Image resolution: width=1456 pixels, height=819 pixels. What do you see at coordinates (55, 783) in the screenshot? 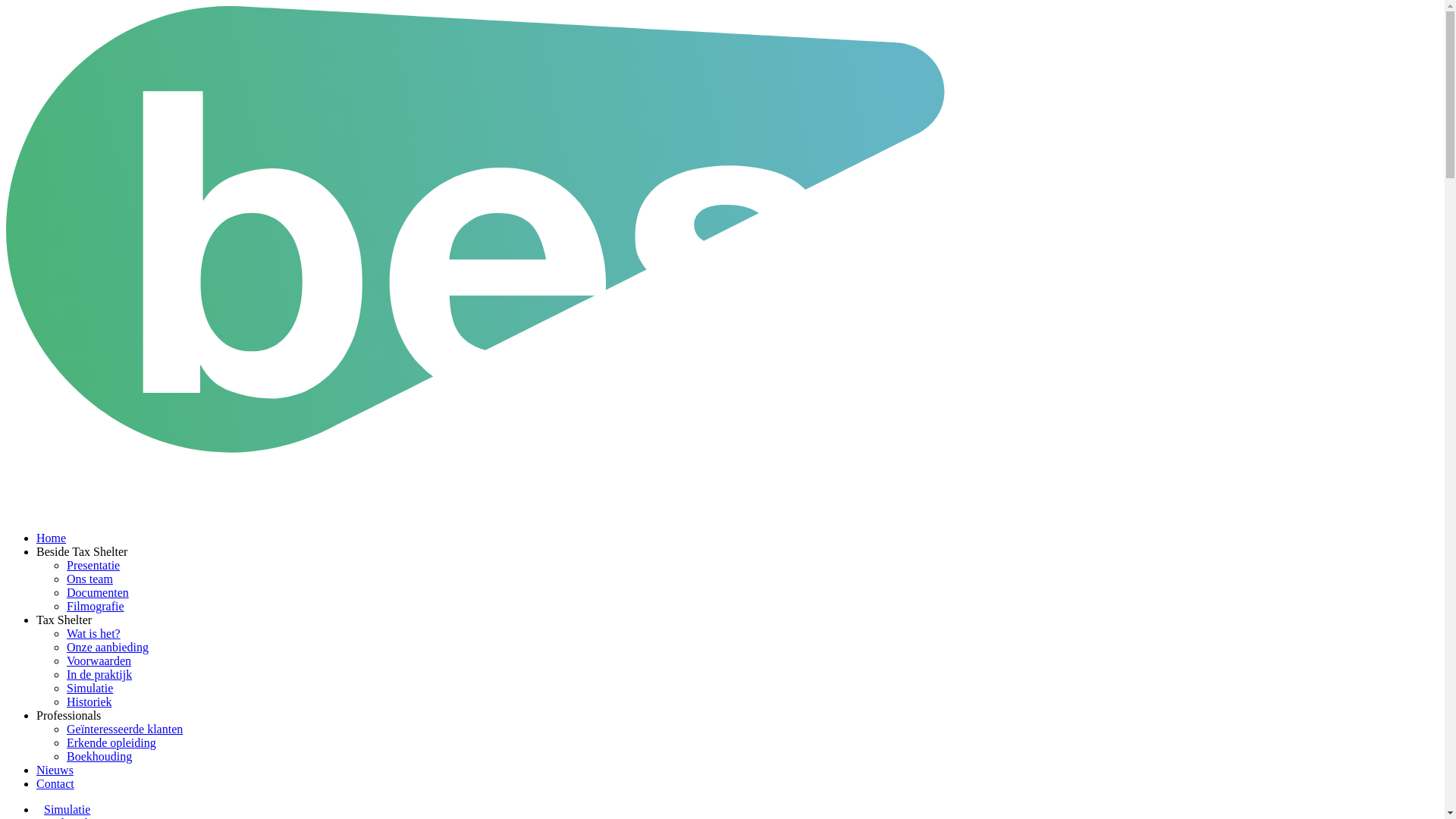
I see `'Contact'` at bounding box center [55, 783].